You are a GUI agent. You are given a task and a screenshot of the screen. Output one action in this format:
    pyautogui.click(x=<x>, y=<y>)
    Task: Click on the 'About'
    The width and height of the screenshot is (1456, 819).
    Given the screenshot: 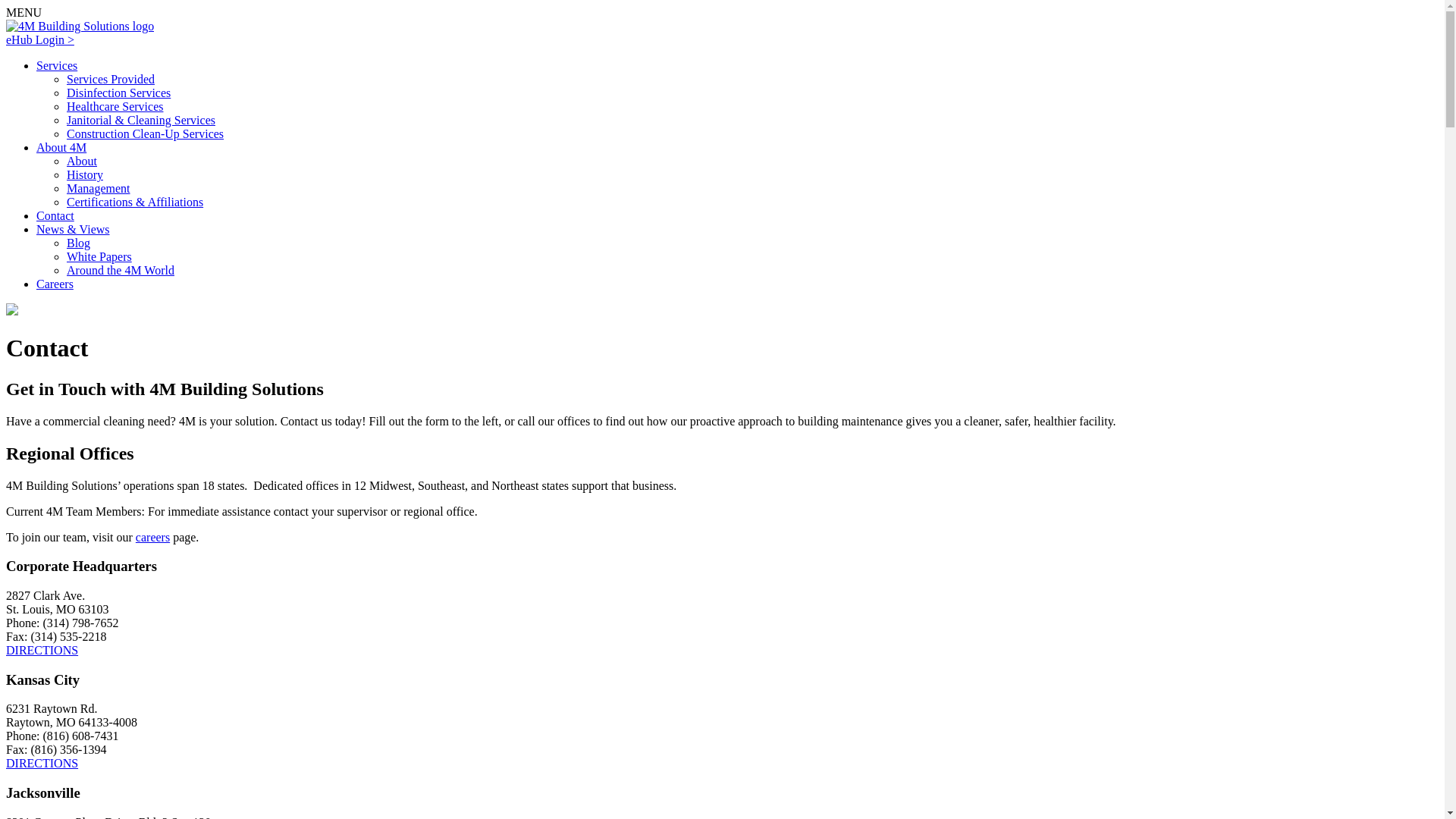 What is the action you would take?
    pyautogui.click(x=80, y=161)
    